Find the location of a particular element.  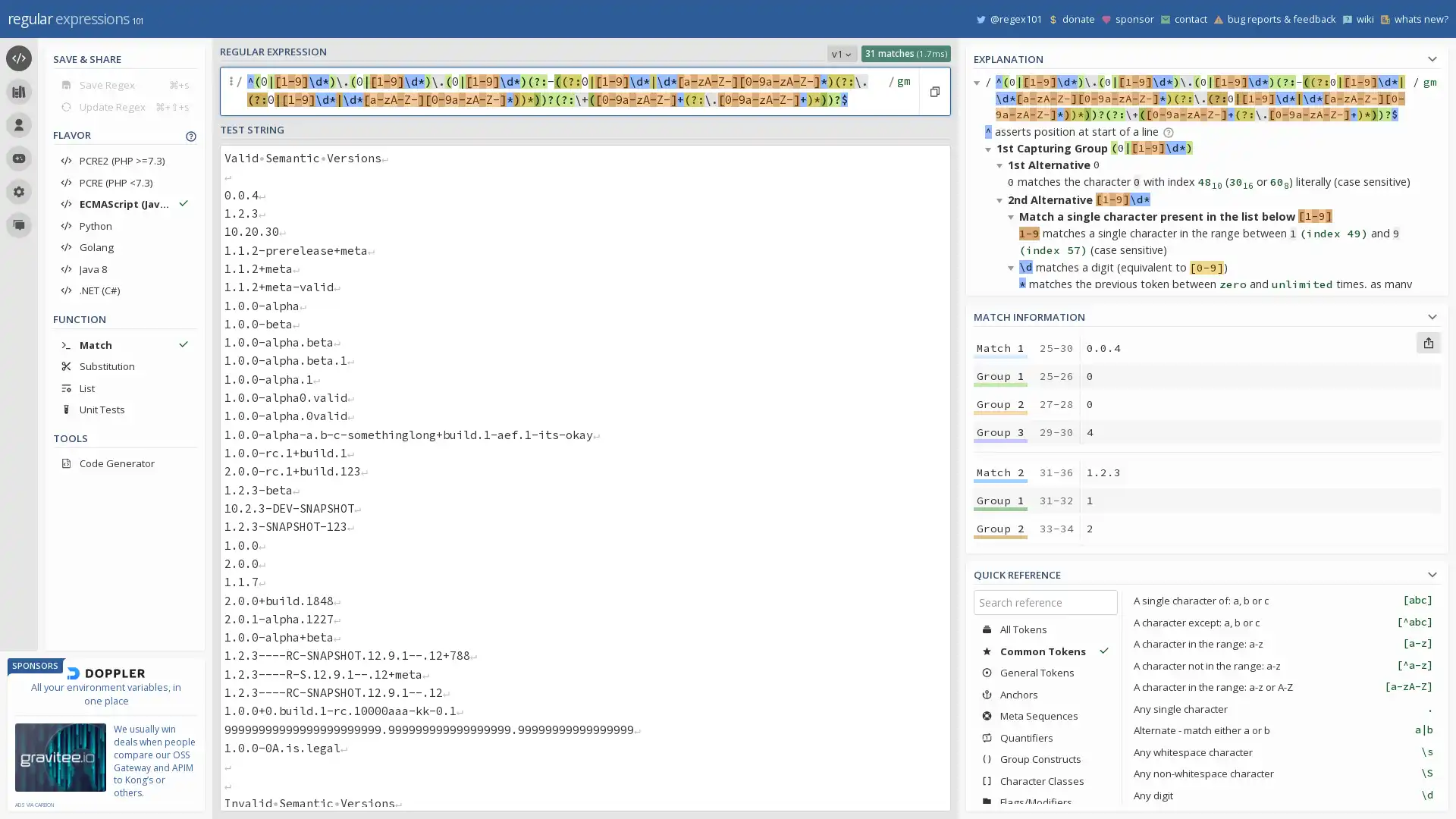

Collapse Subtree is located at coordinates (1002, 797).